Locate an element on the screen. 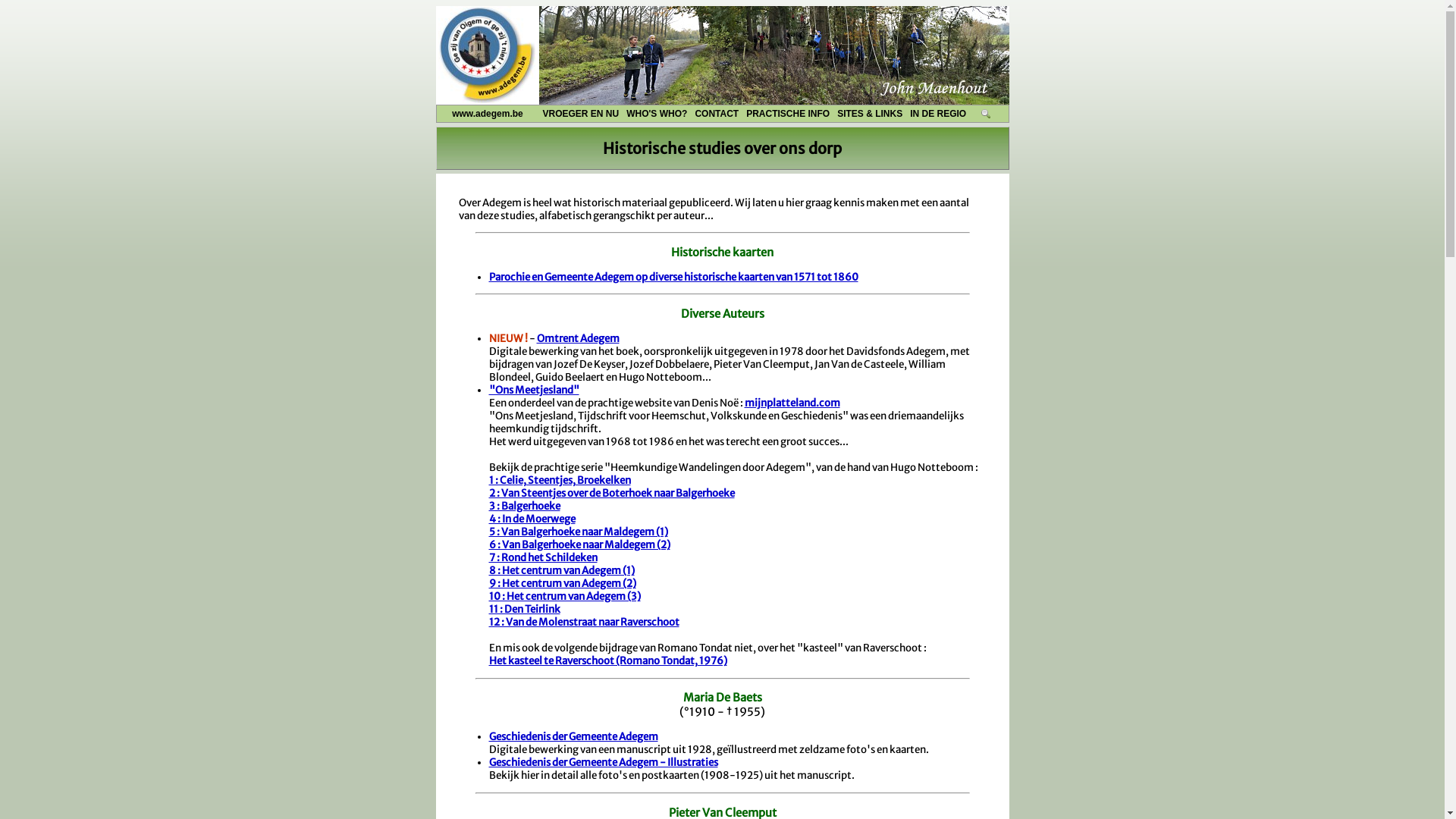  'Zoek op onze site' is located at coordinates (986, 113).